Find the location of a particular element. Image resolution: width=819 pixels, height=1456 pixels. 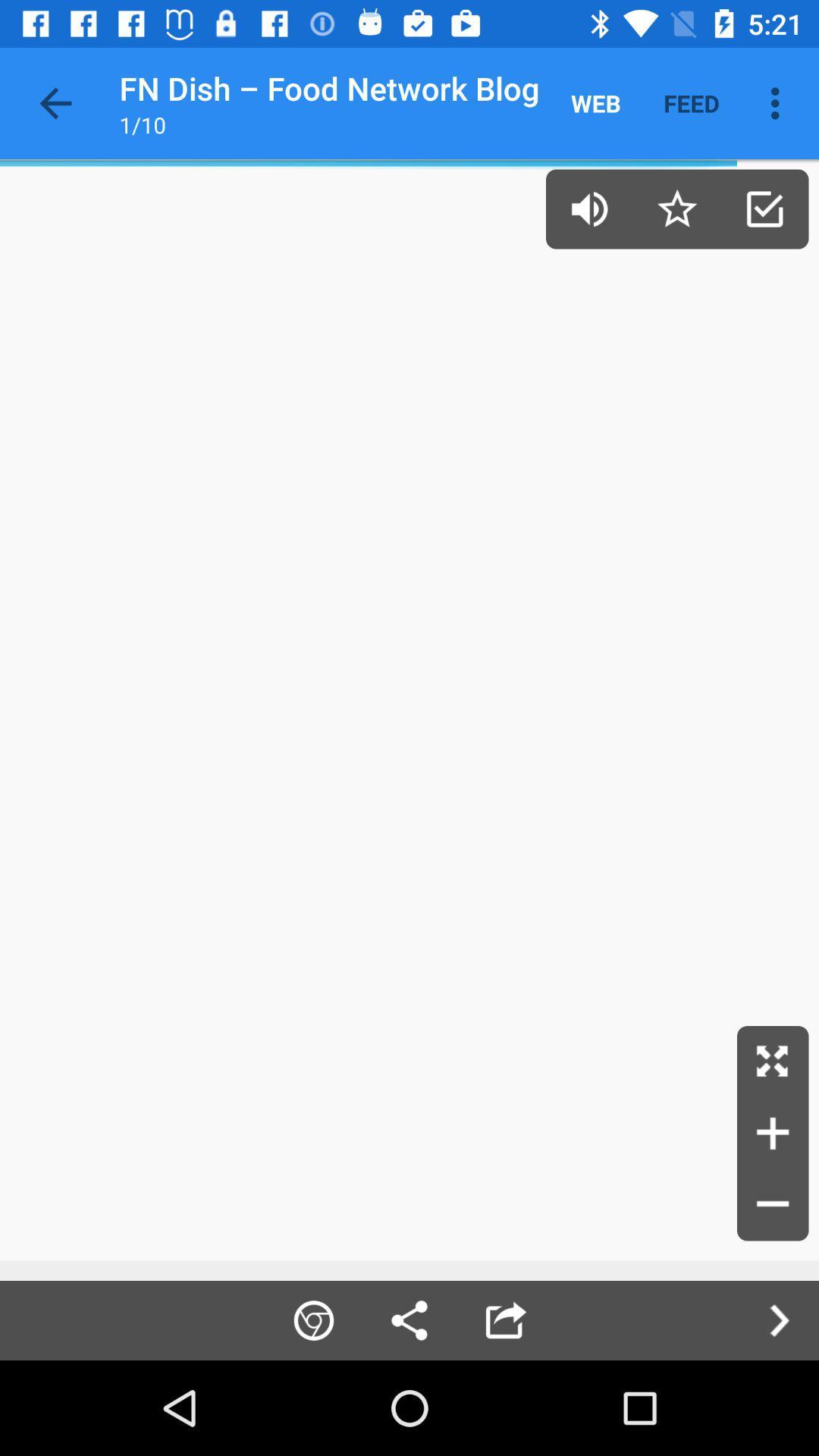

the fullscreen icon is located at coordinates (773, 1061).